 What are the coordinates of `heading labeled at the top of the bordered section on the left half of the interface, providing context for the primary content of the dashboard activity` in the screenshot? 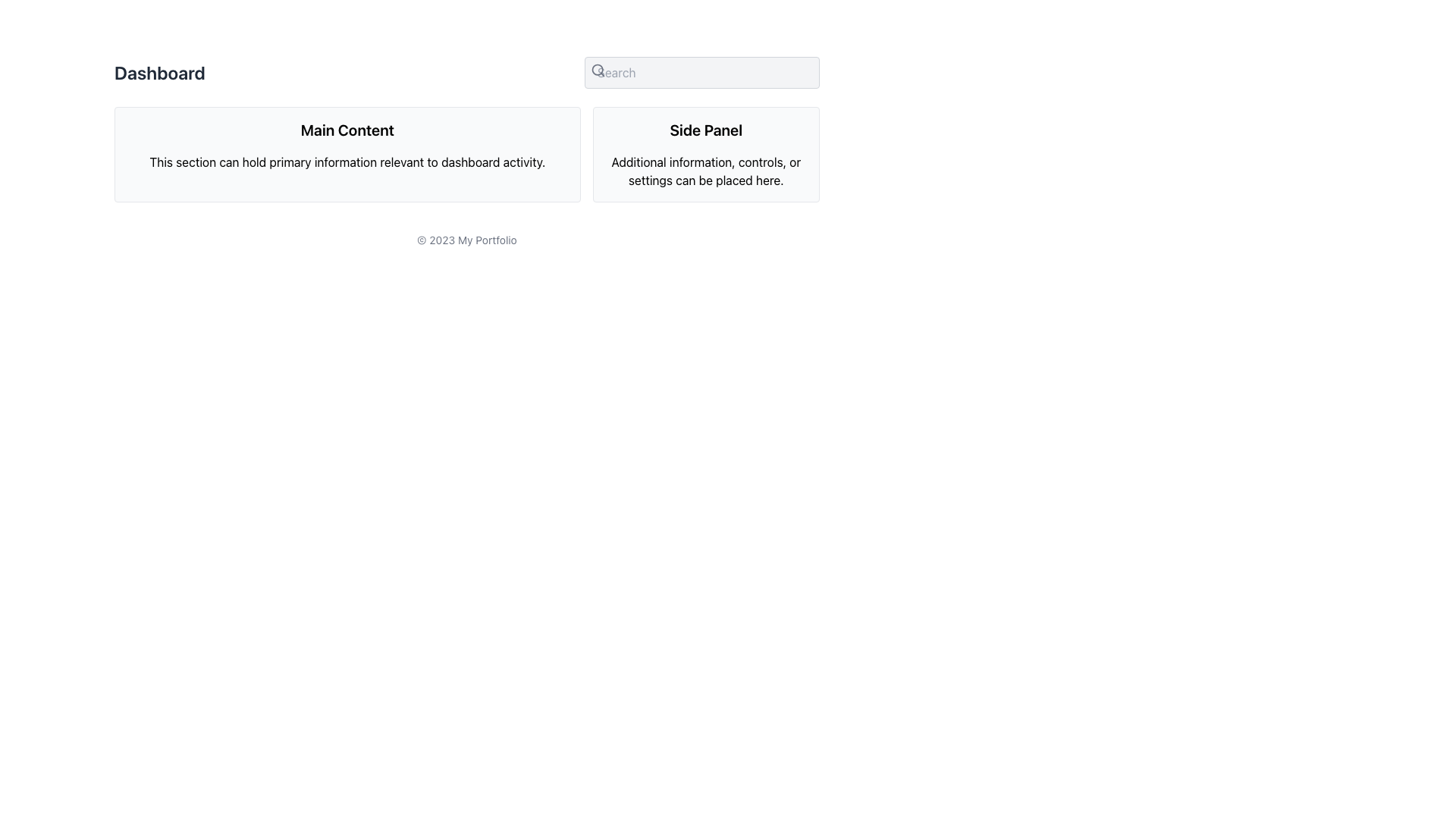 It's located at (347, 130).